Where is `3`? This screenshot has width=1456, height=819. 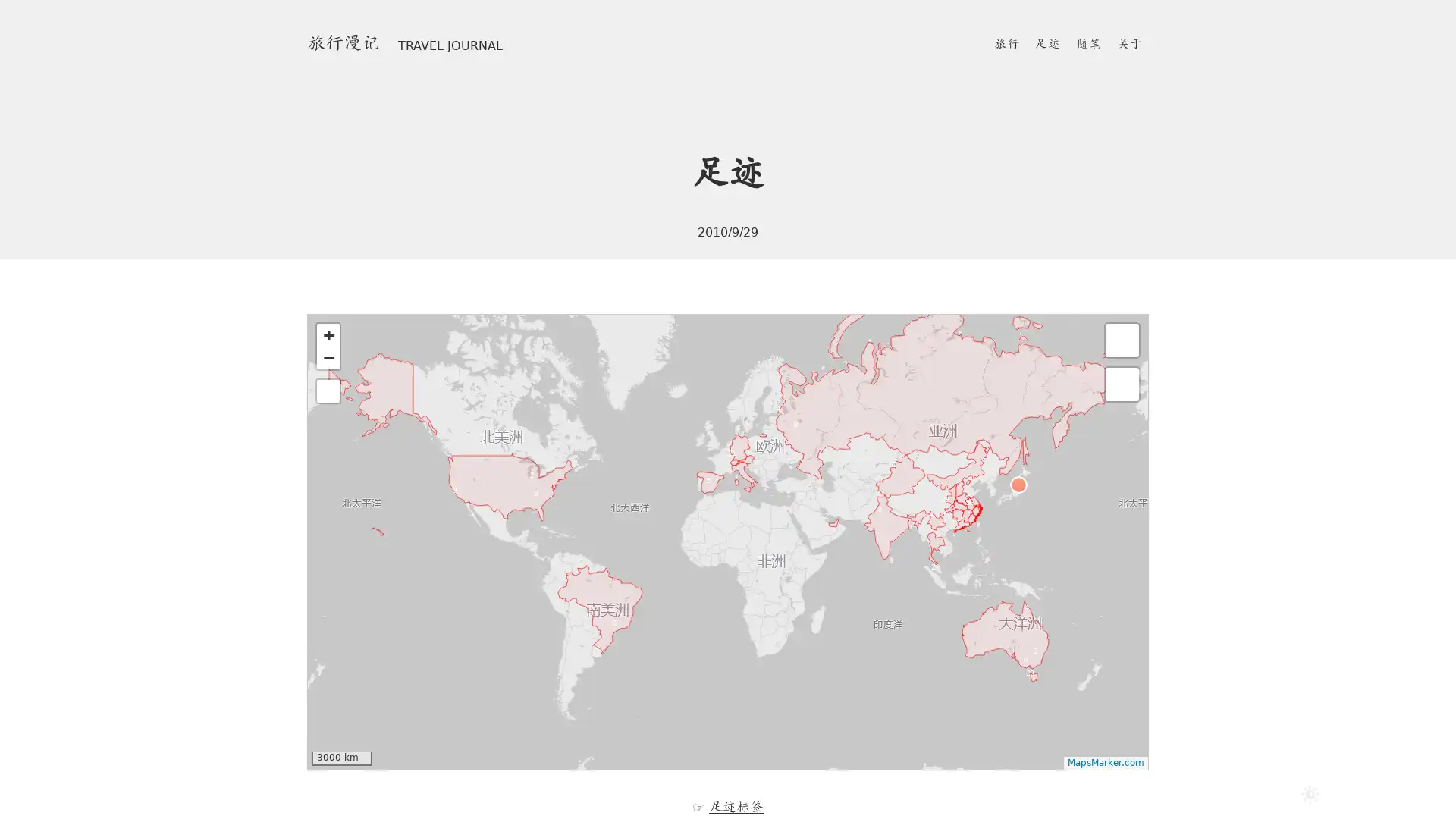
3 is located at coordinates (541, 497).